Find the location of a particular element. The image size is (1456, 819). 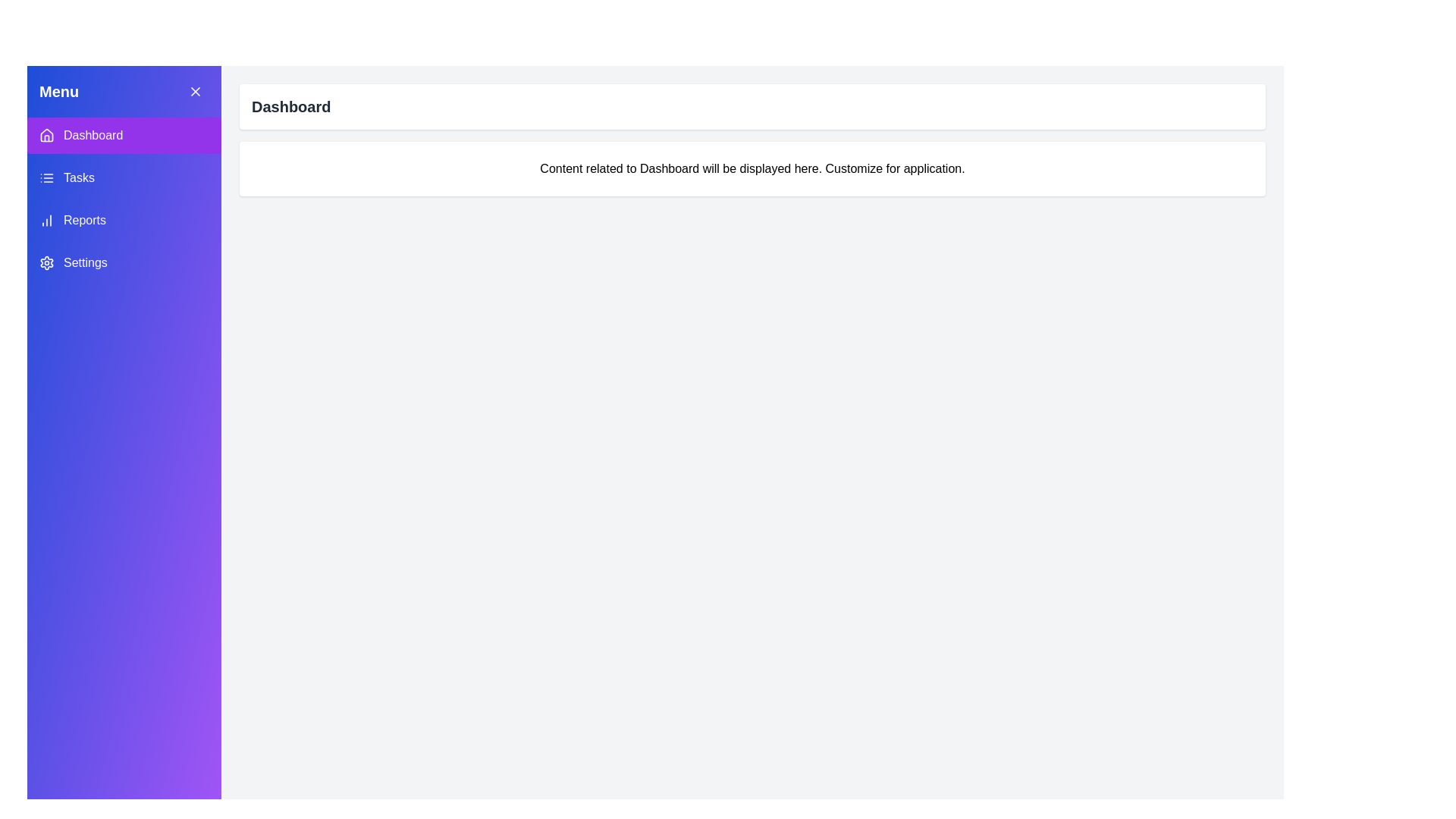

the Reports item in the menu to select it is located at coordinates (124, 220).